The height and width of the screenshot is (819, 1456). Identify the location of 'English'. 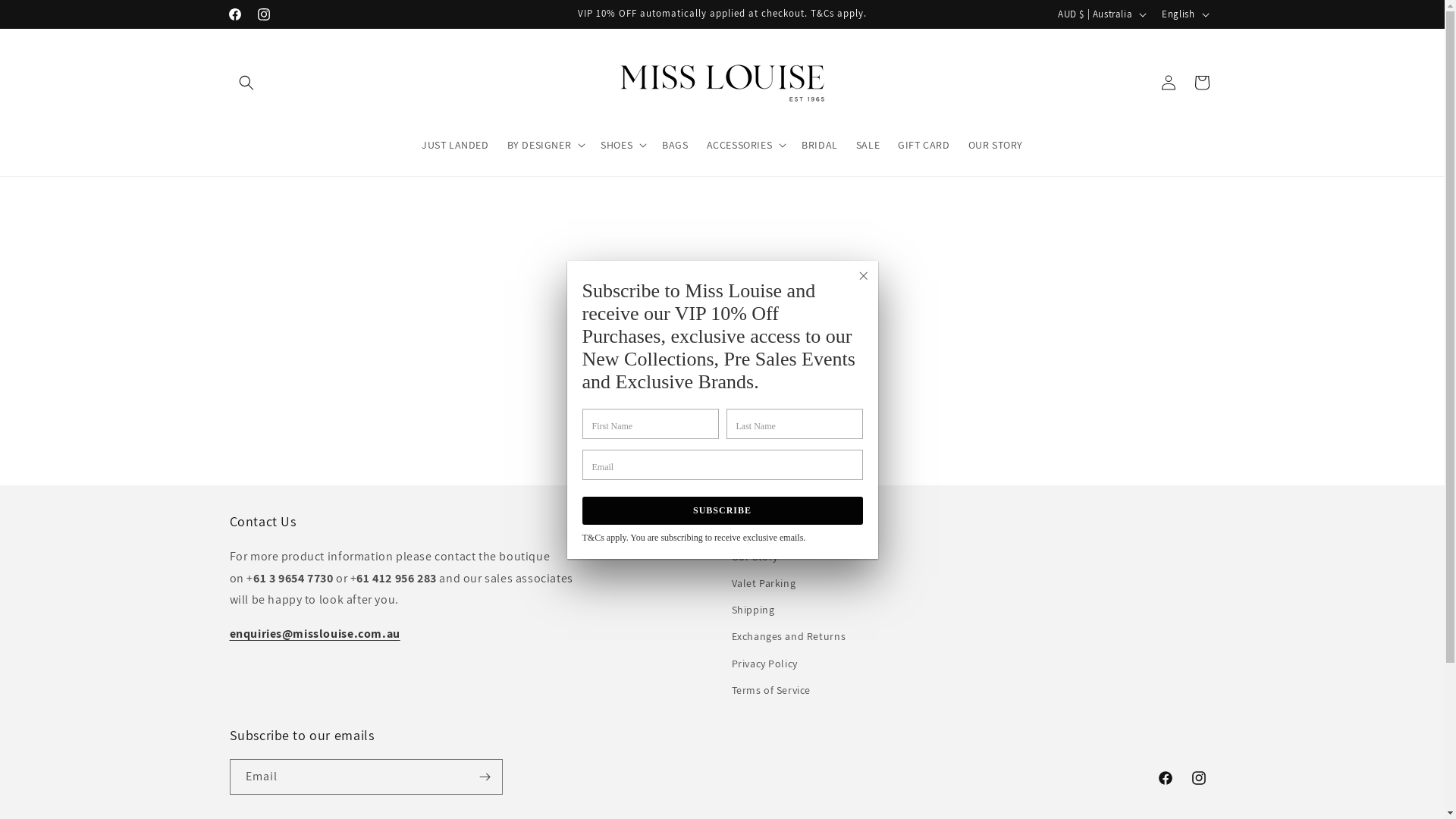
(1182, 14).